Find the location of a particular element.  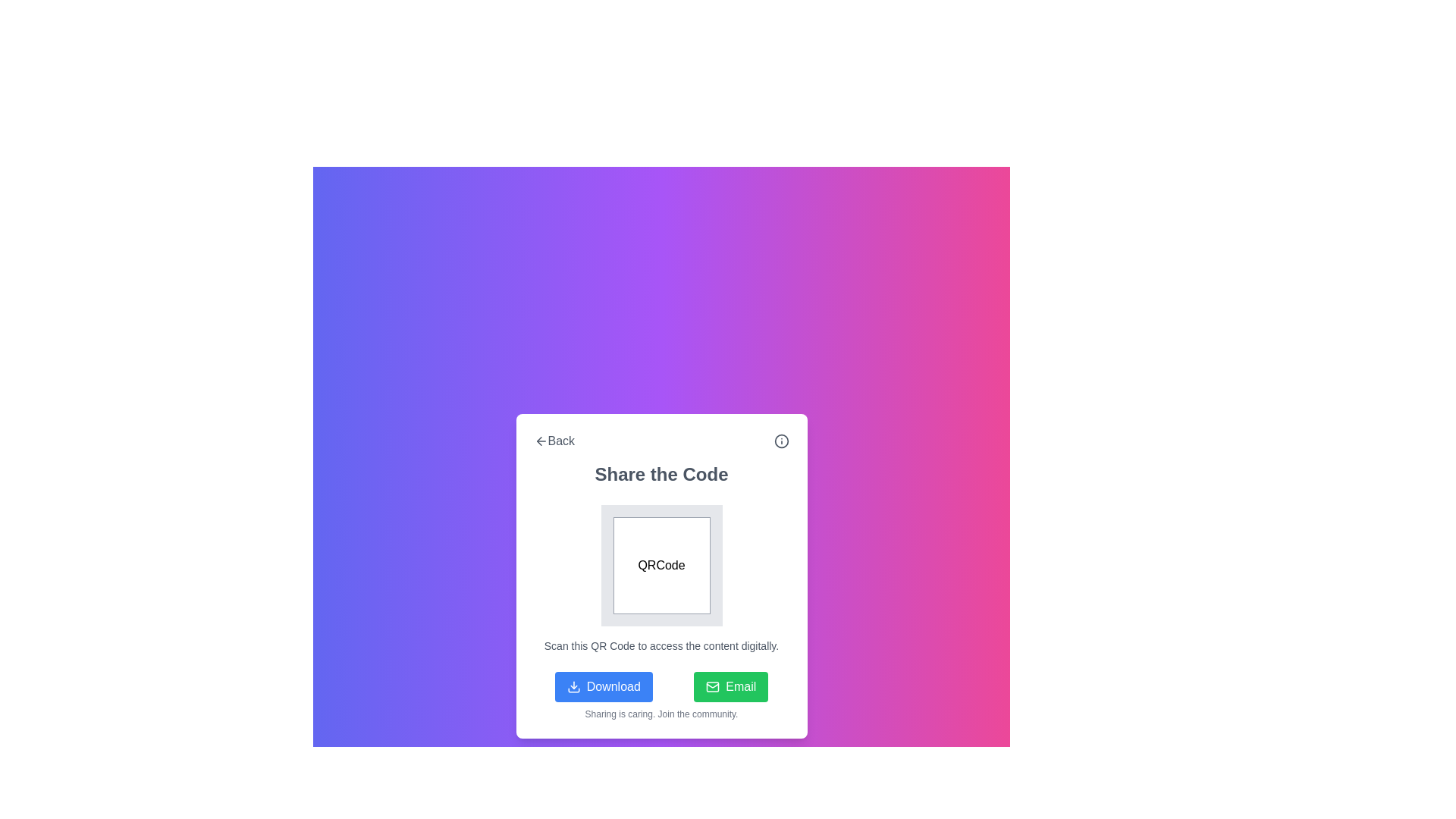

the larger gray square element that contains a smaller white square with the text 'QRCode' inside is located at coordinates (661, 565).